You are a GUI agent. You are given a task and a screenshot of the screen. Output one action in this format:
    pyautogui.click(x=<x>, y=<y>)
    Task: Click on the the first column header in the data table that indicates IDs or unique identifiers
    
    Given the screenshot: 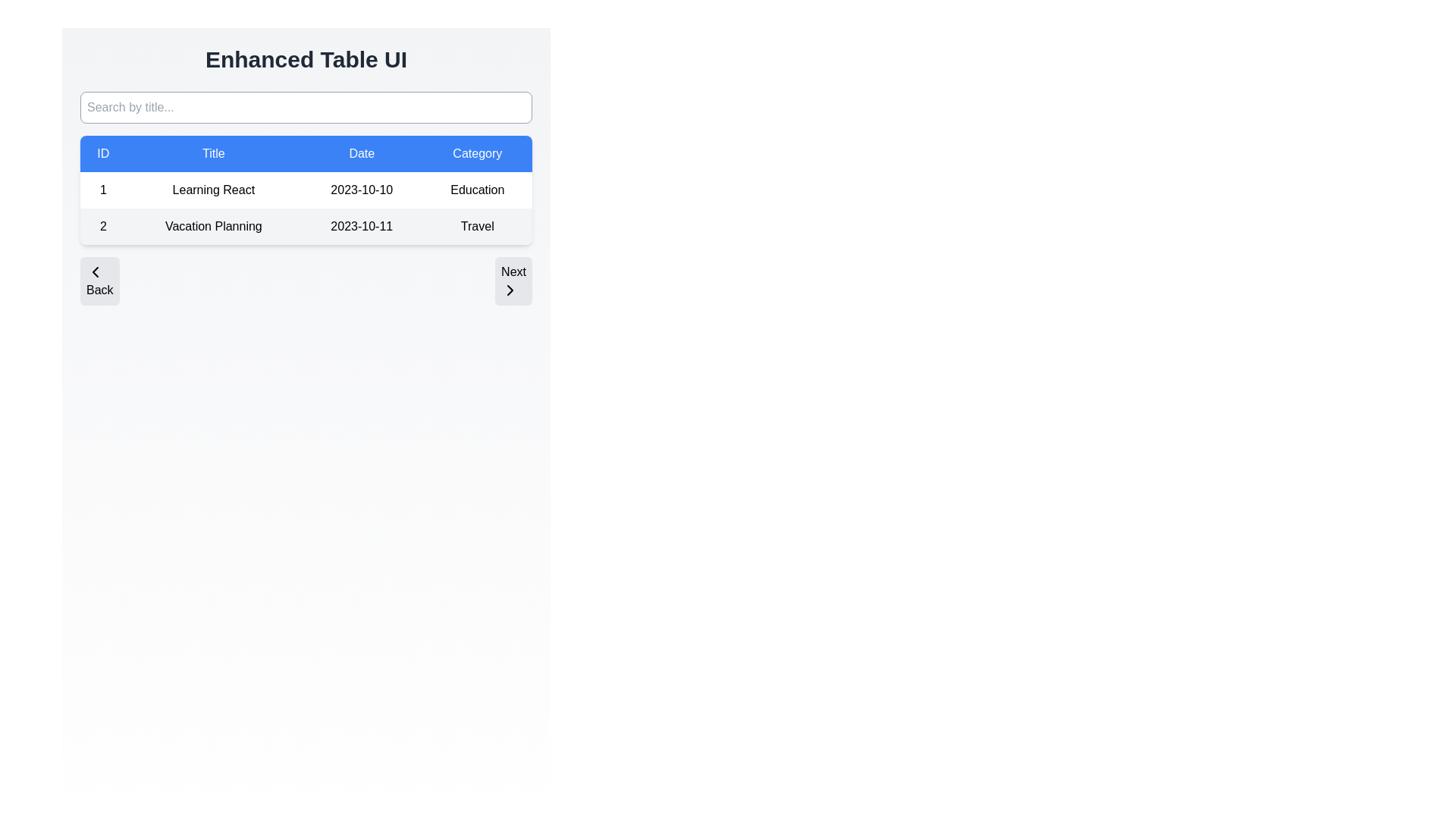 What is the action you would take?
    pyautogui.click(x=102, y=154)
    